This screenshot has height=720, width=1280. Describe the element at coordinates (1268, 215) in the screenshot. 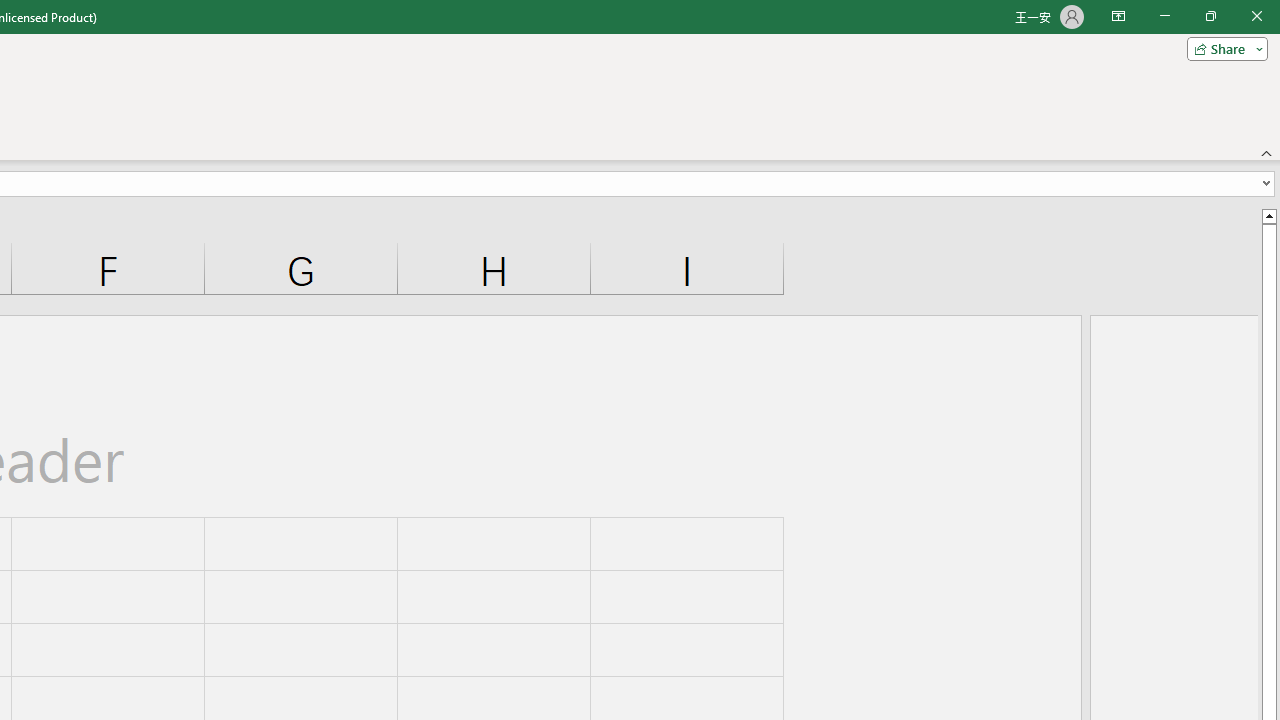

I see `'Line up'` at that location.